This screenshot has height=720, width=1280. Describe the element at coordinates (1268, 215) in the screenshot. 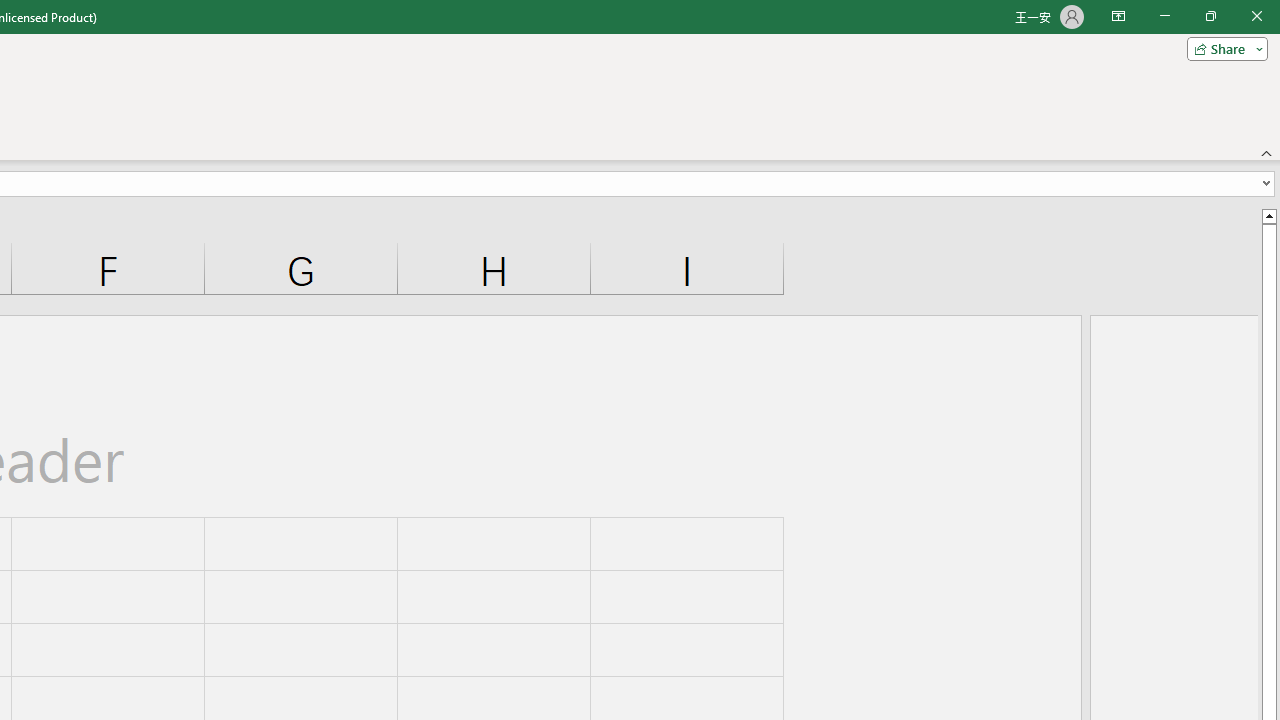

I see `'Line up'` at that location.